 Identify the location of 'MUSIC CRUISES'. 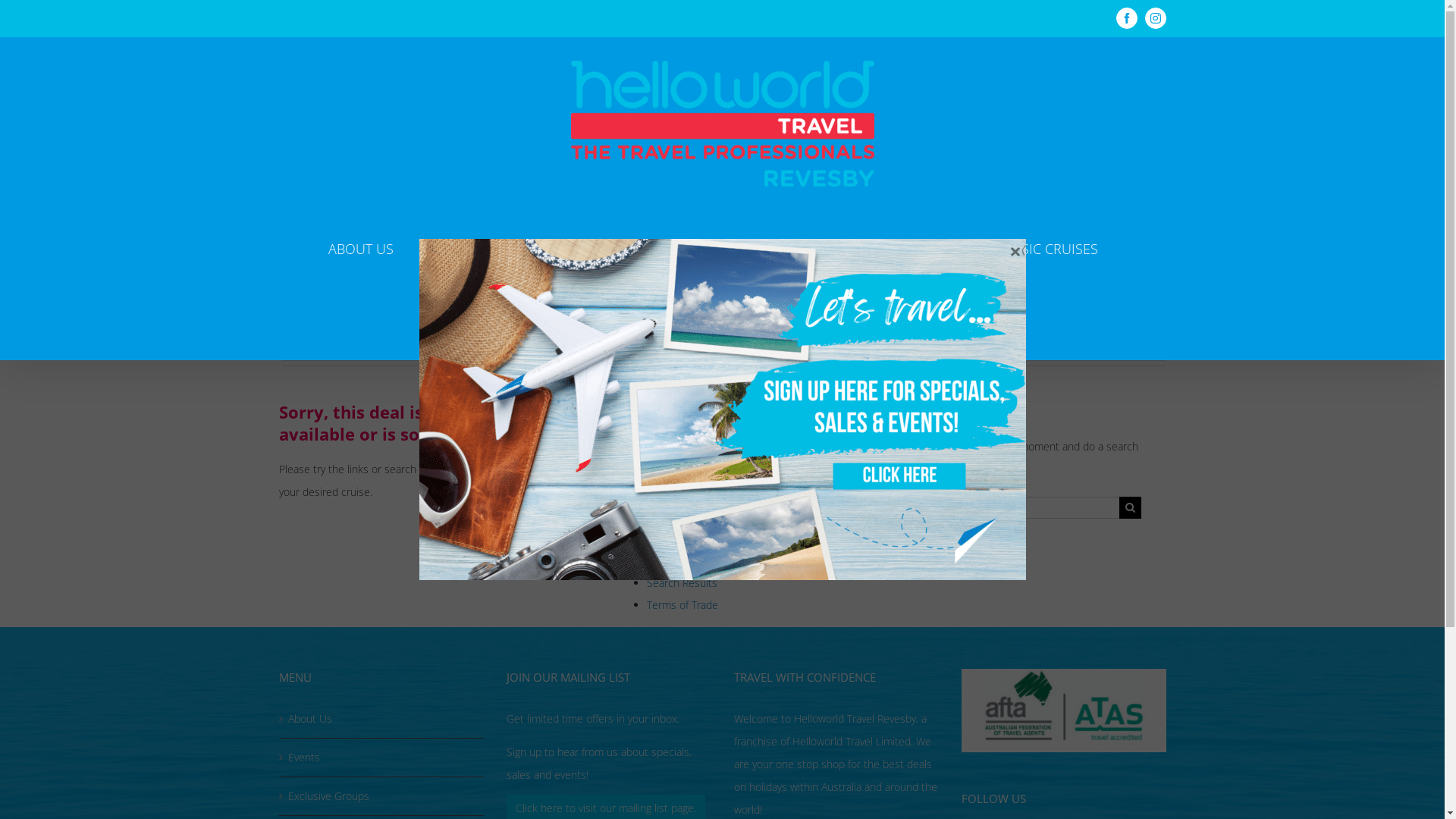
(1047, 247).